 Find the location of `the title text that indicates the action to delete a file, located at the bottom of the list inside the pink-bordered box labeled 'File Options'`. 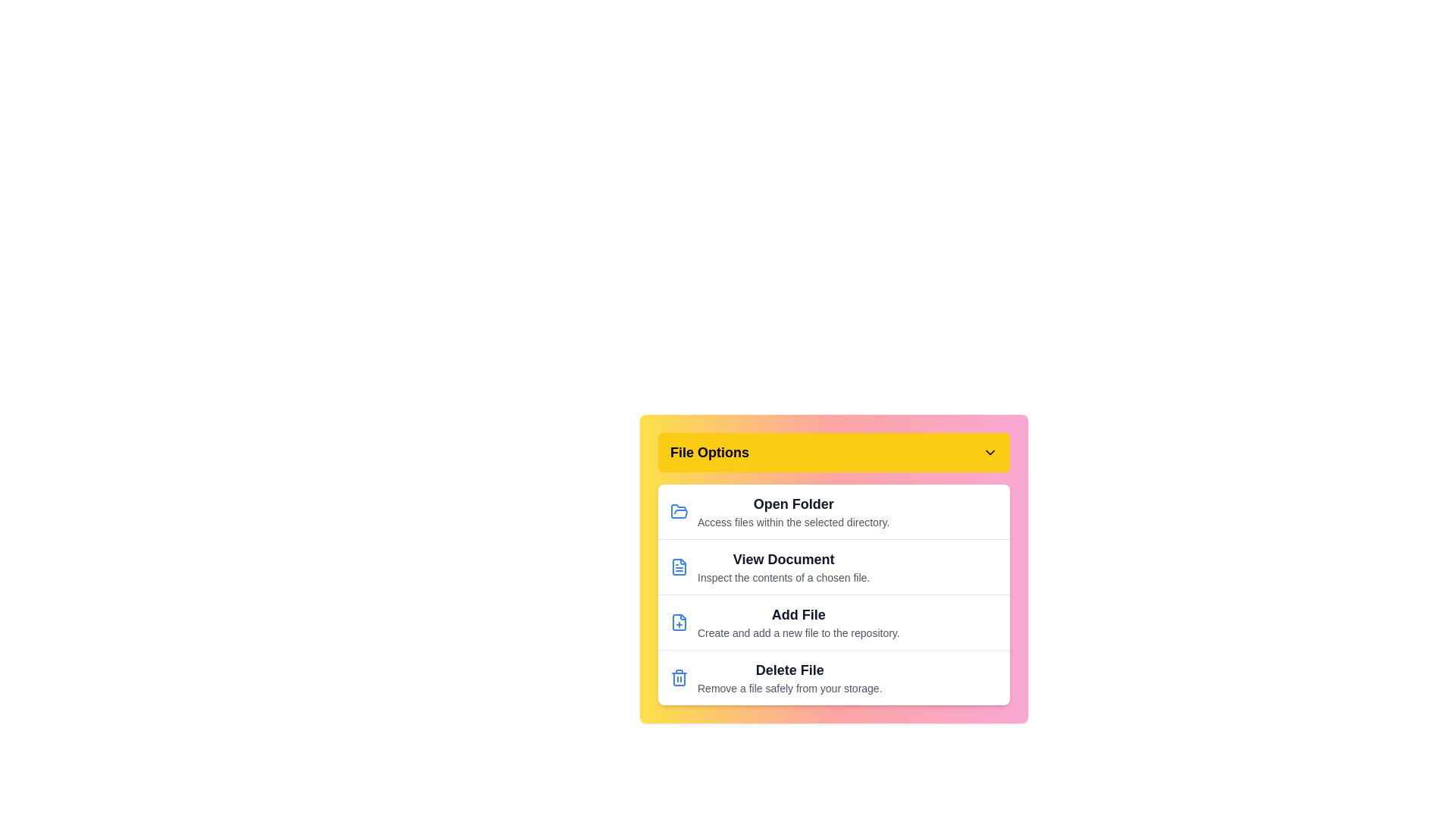

the title text that indicates the action to delete a file, located at the bottom of the list inside the pink-bordered box labeled 'File Options' is located at coordinates (789, 669).